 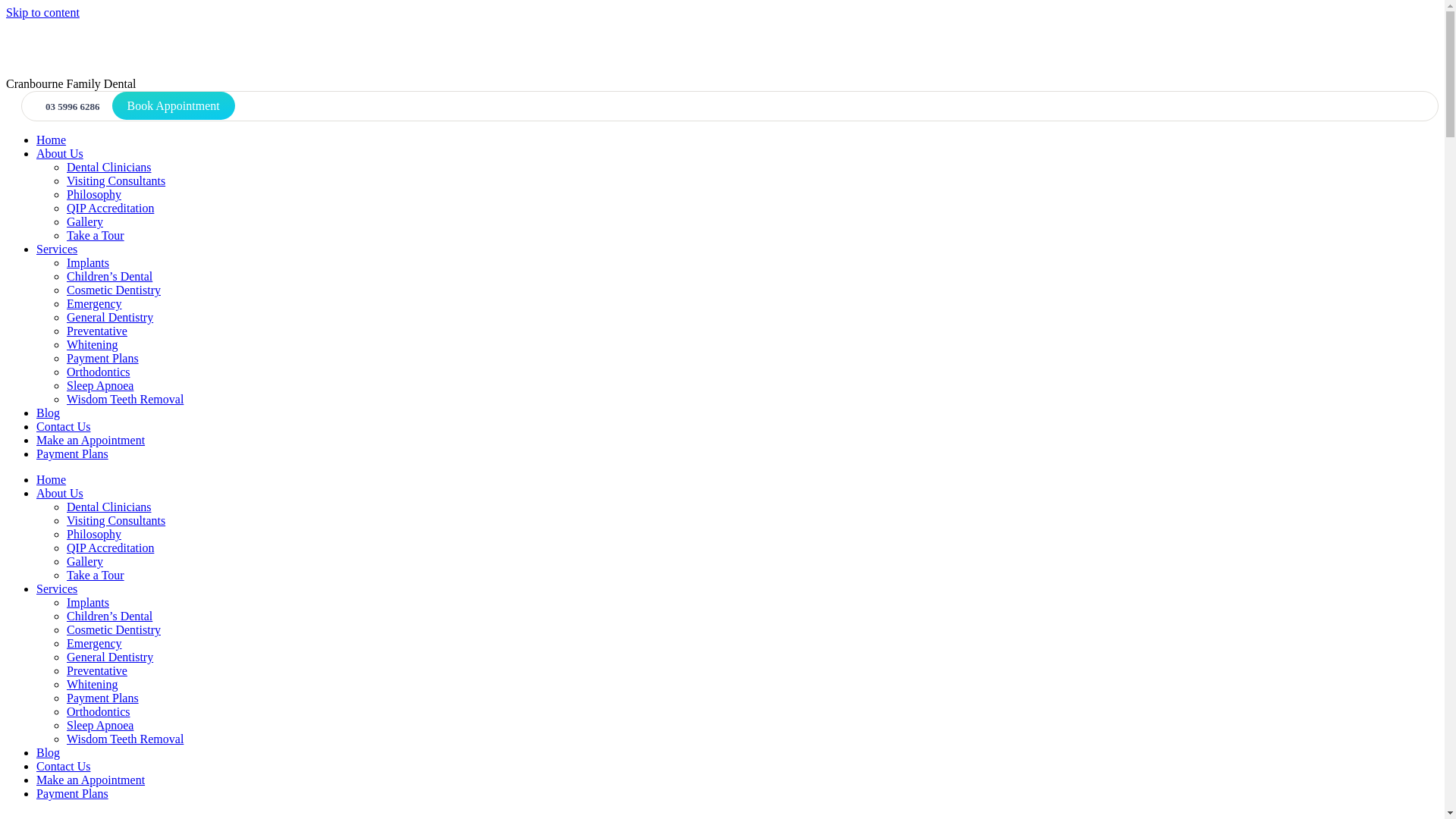 I want to click on 'Make an Appointment', so click(x=89, y=440).